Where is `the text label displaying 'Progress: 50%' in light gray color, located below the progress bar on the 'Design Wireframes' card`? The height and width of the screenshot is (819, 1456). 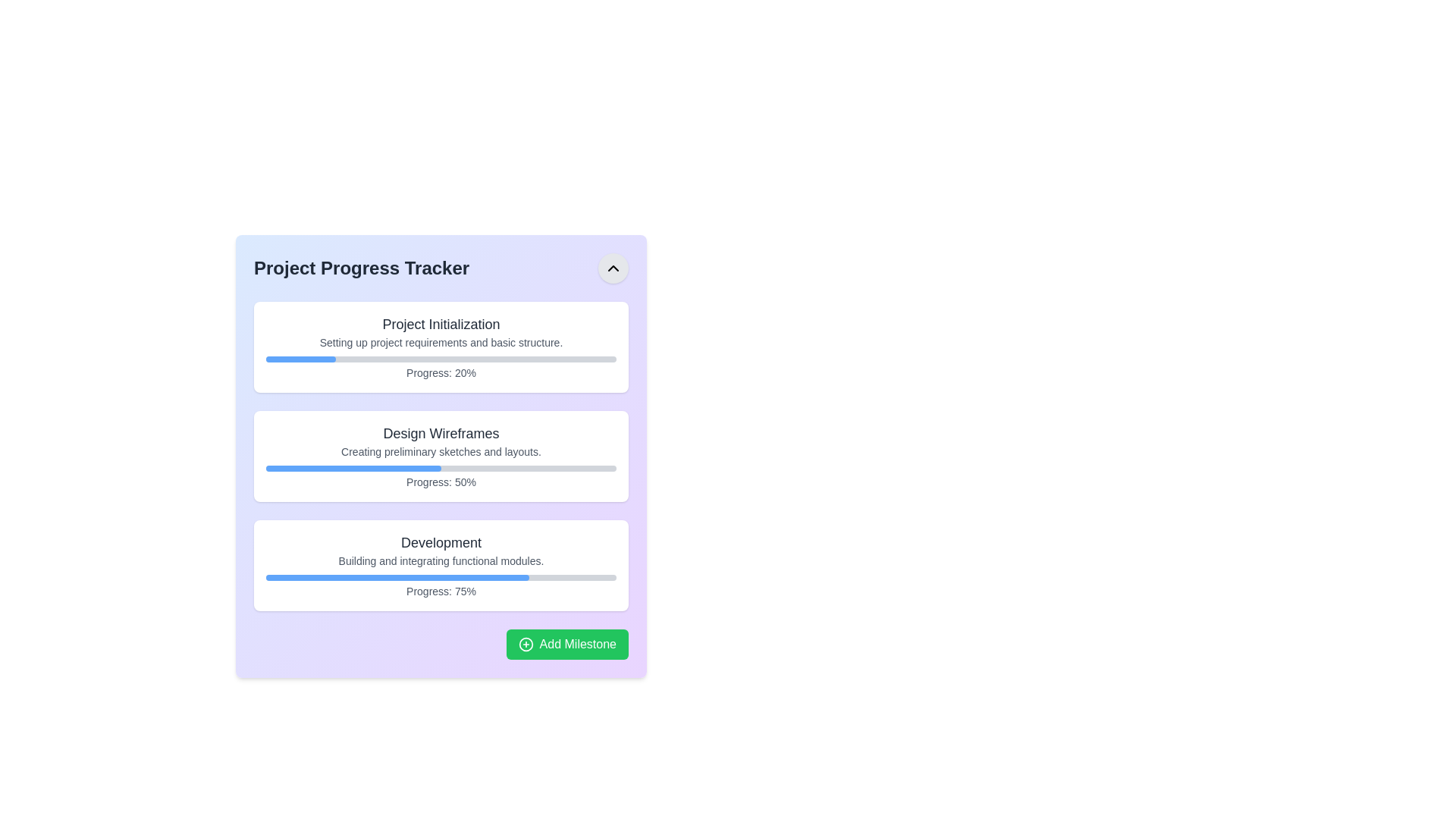 the text label displaying 'Progress: 50%' in light gray color, located below the progress bar on the 'Design Wireframes' card is located at coordinates (440, 482).